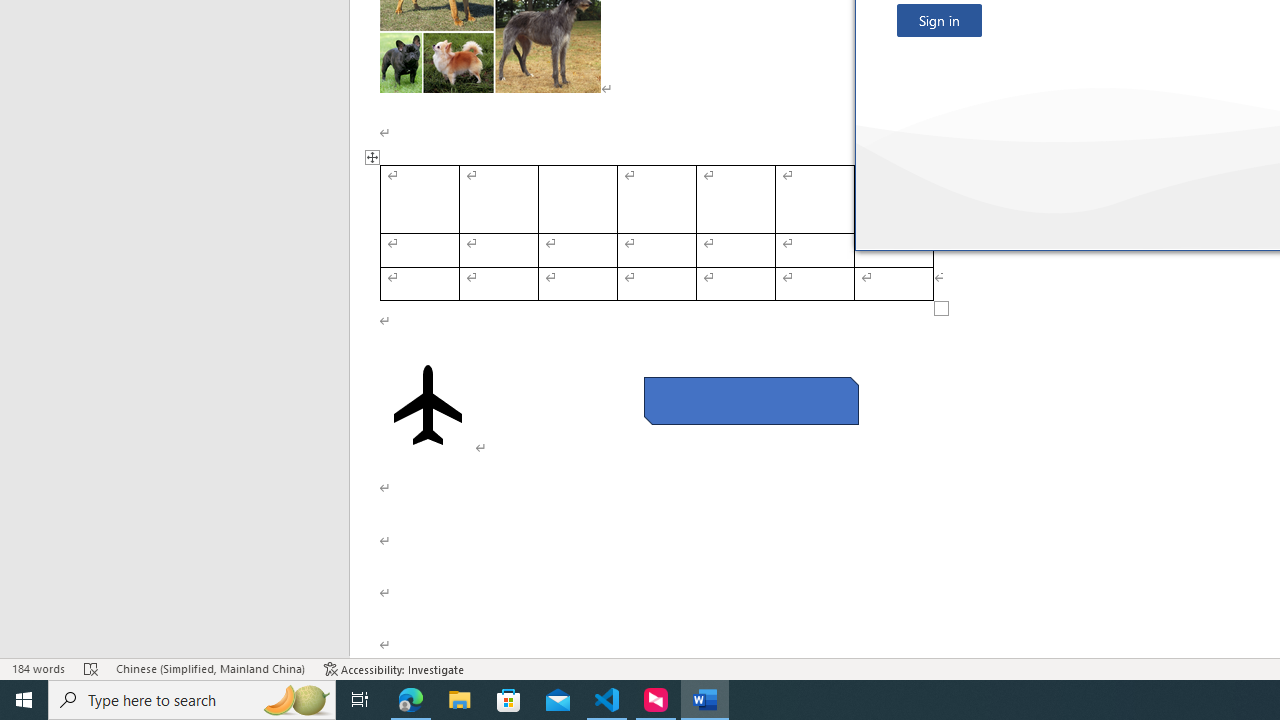 The image size is (1280, 720). I want to click on 'File Explorer', so click(459, 698).